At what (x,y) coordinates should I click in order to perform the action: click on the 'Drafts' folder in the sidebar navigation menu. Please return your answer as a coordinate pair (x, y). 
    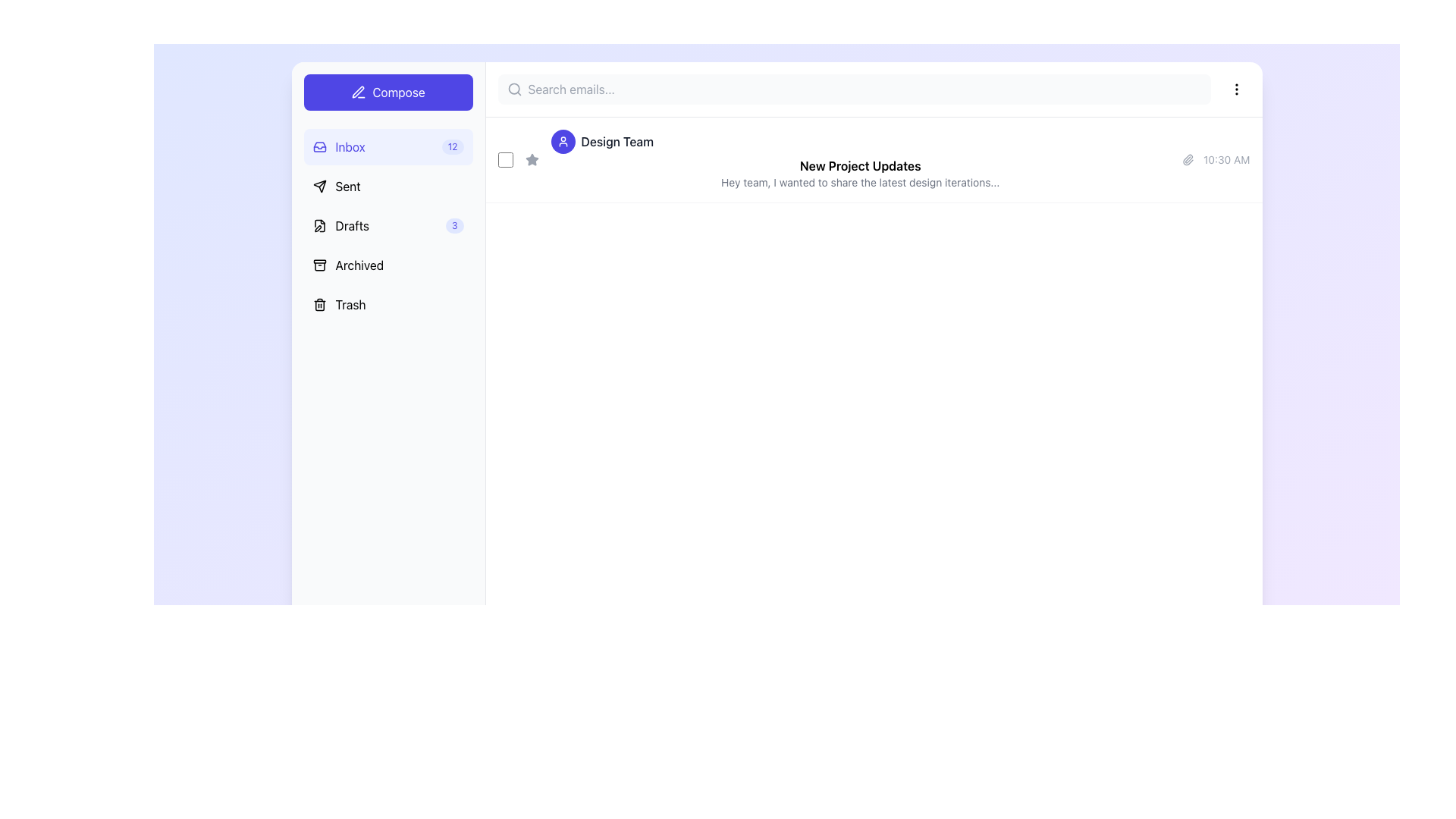
    Looking at the image, I should click on (388, 225).